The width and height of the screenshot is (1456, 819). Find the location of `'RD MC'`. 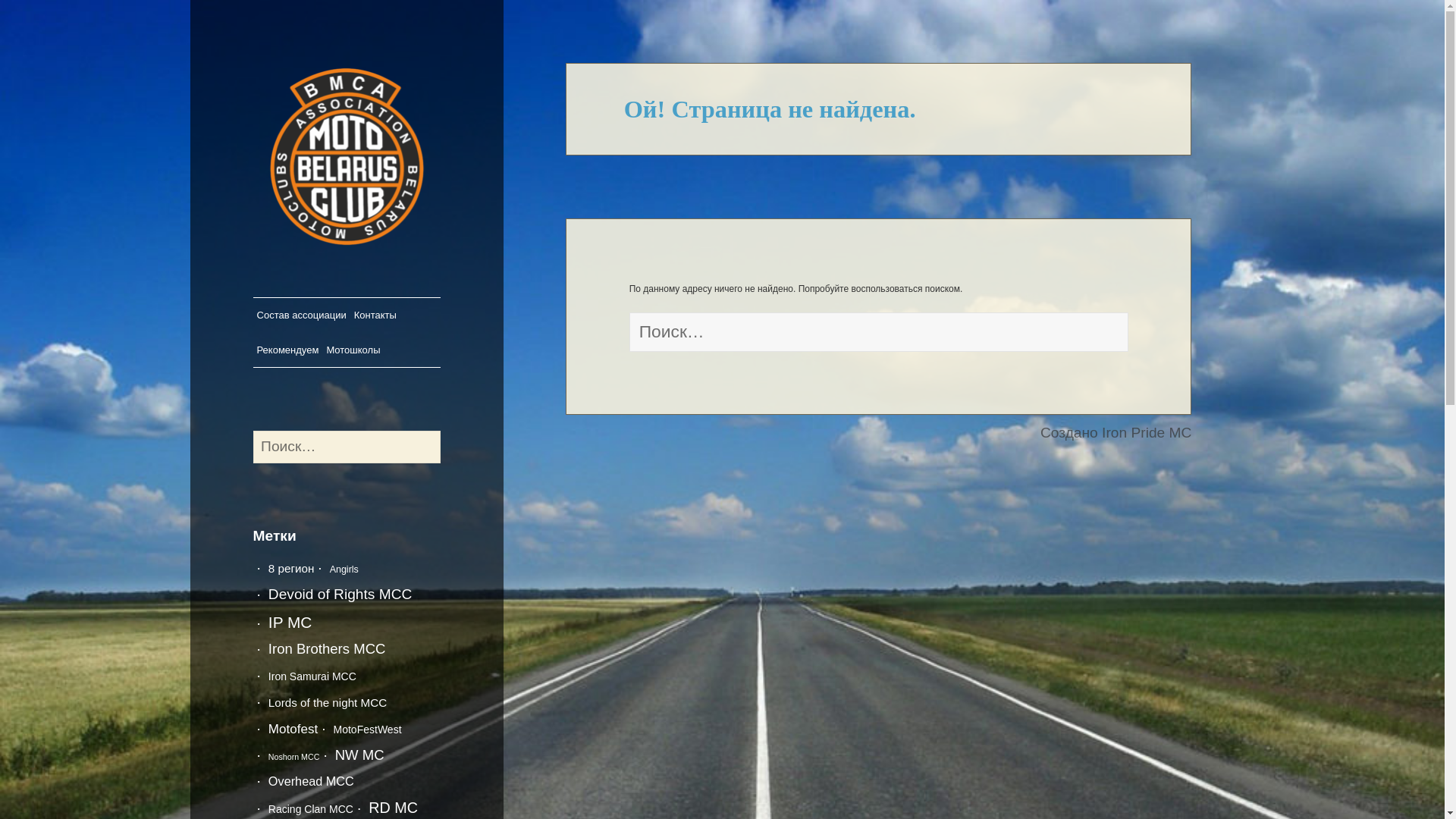

'RD MC' is located at coordinates (393, 806).